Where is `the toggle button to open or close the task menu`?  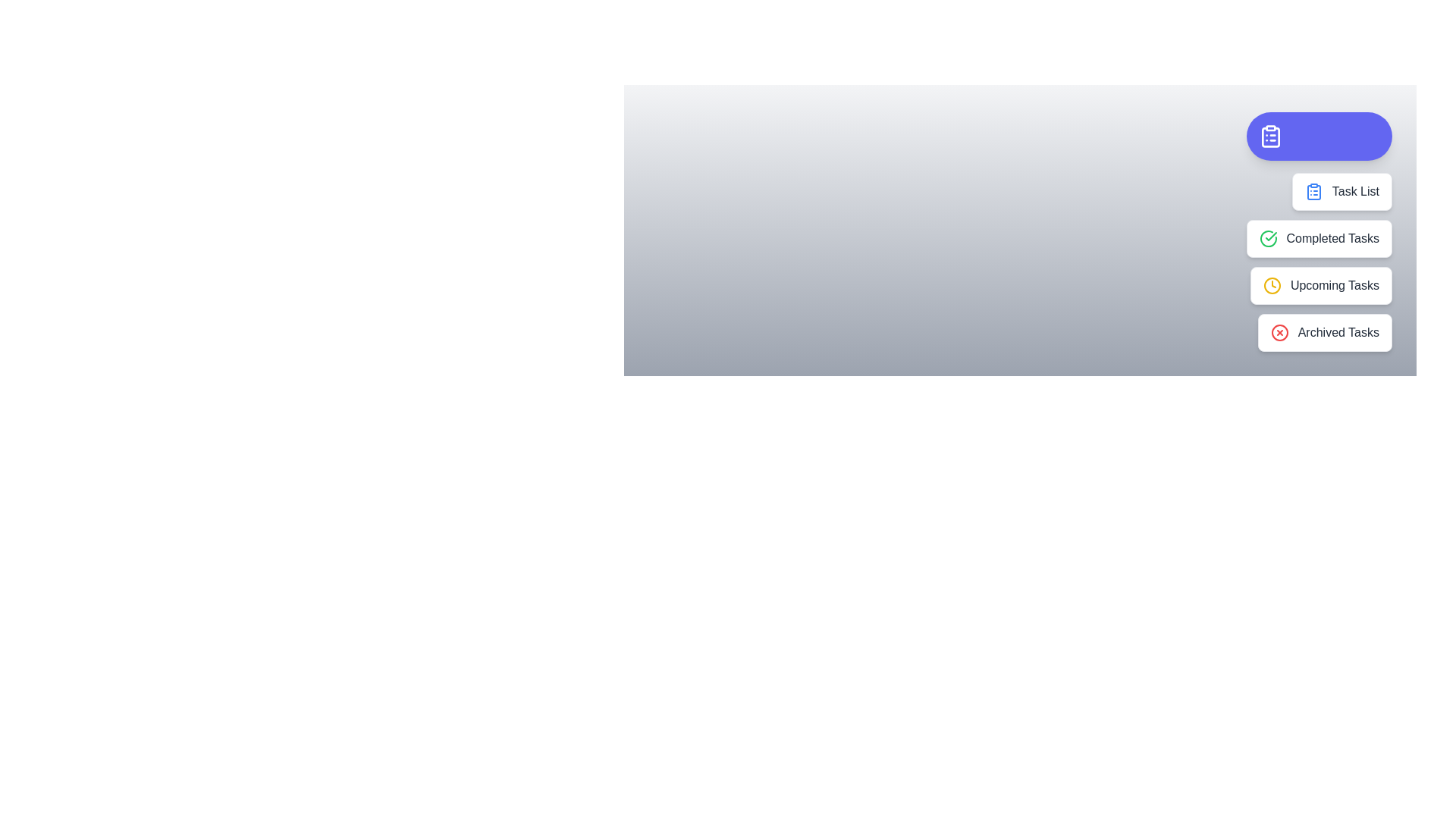 the toggle button to open or close the task menu is located at coordinates (1317, 136).